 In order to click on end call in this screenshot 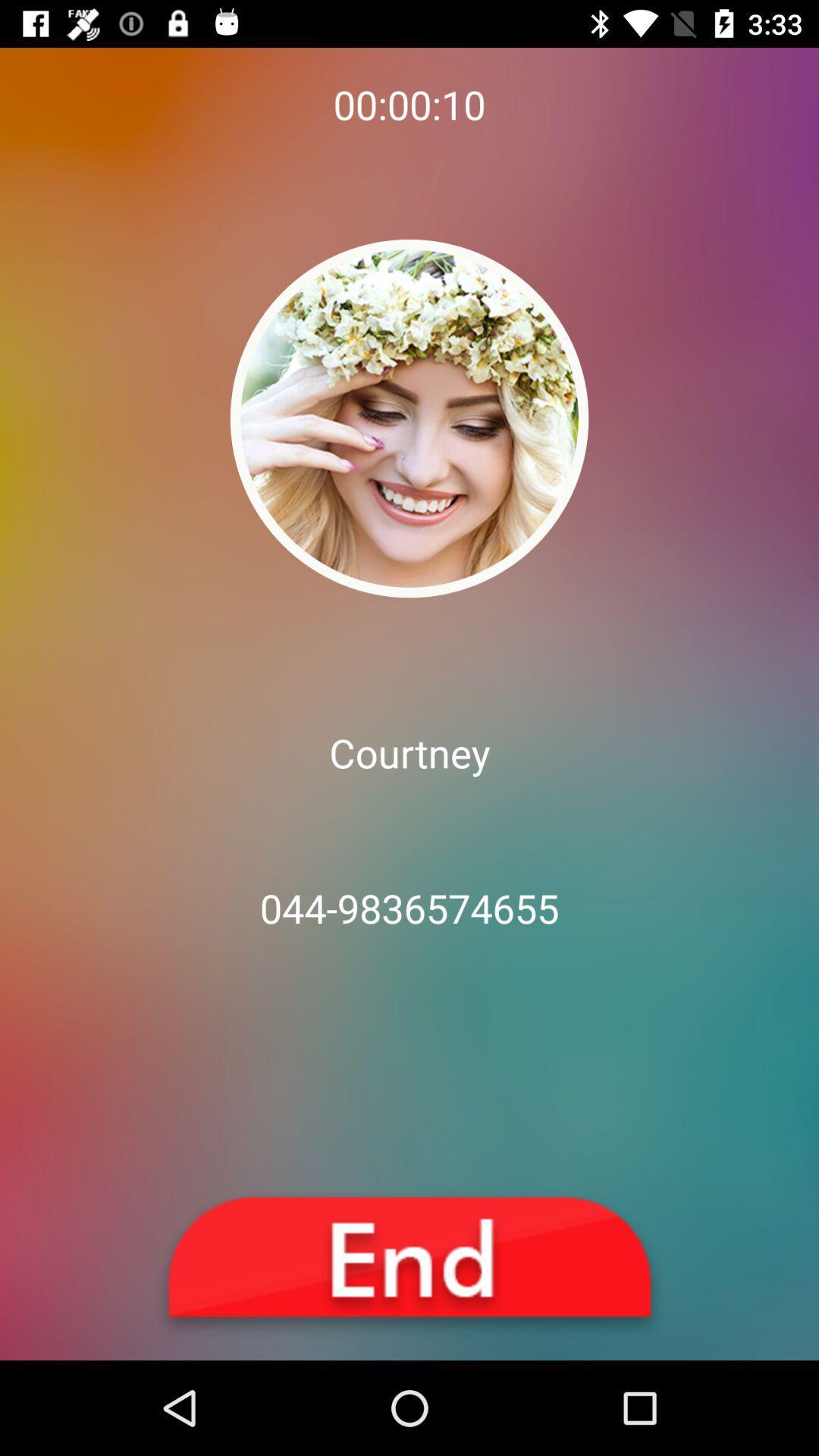, I will do `click(409, 1264)`.